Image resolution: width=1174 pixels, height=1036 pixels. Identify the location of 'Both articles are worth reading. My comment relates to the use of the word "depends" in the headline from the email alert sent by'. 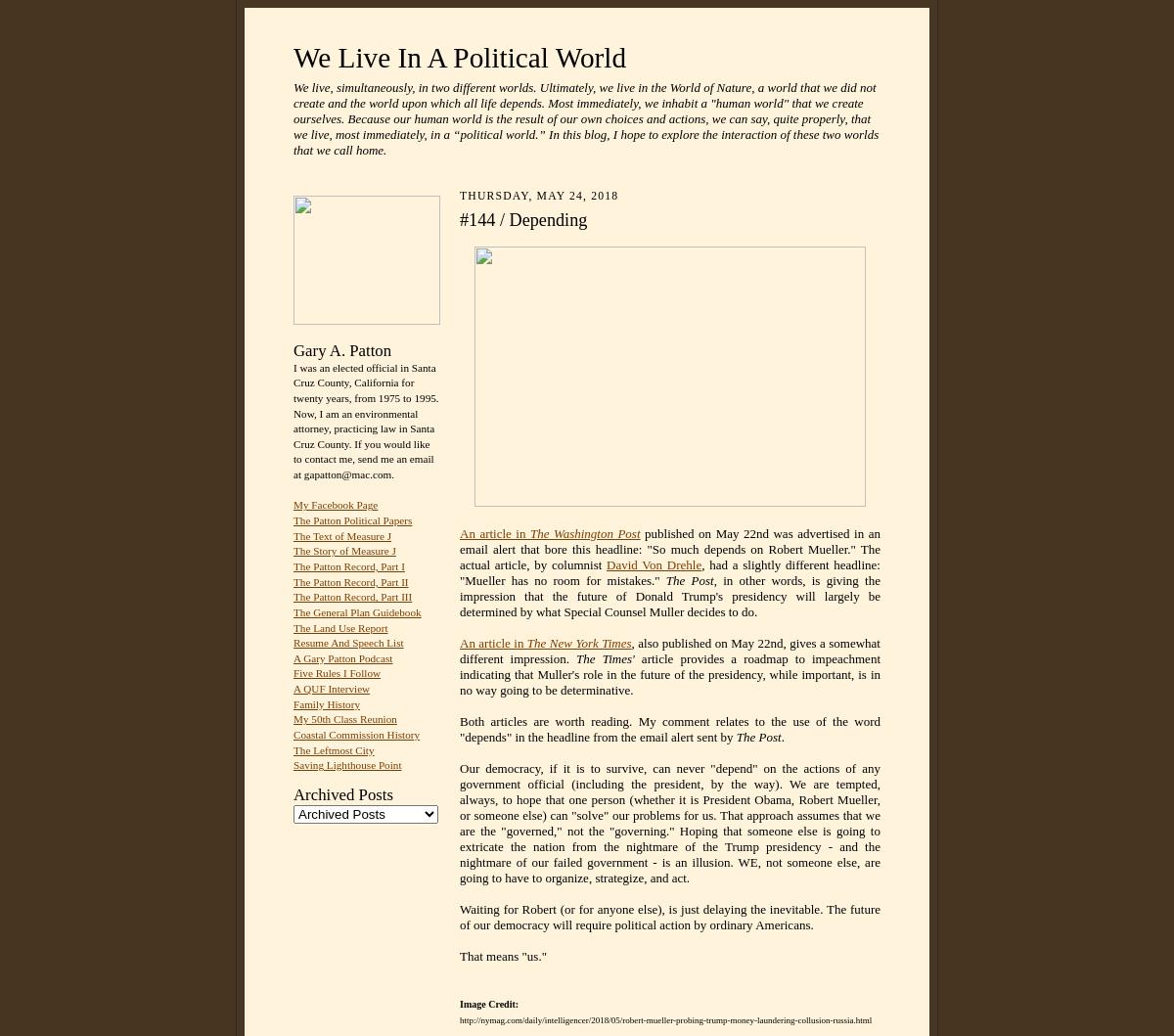
(669, 728).